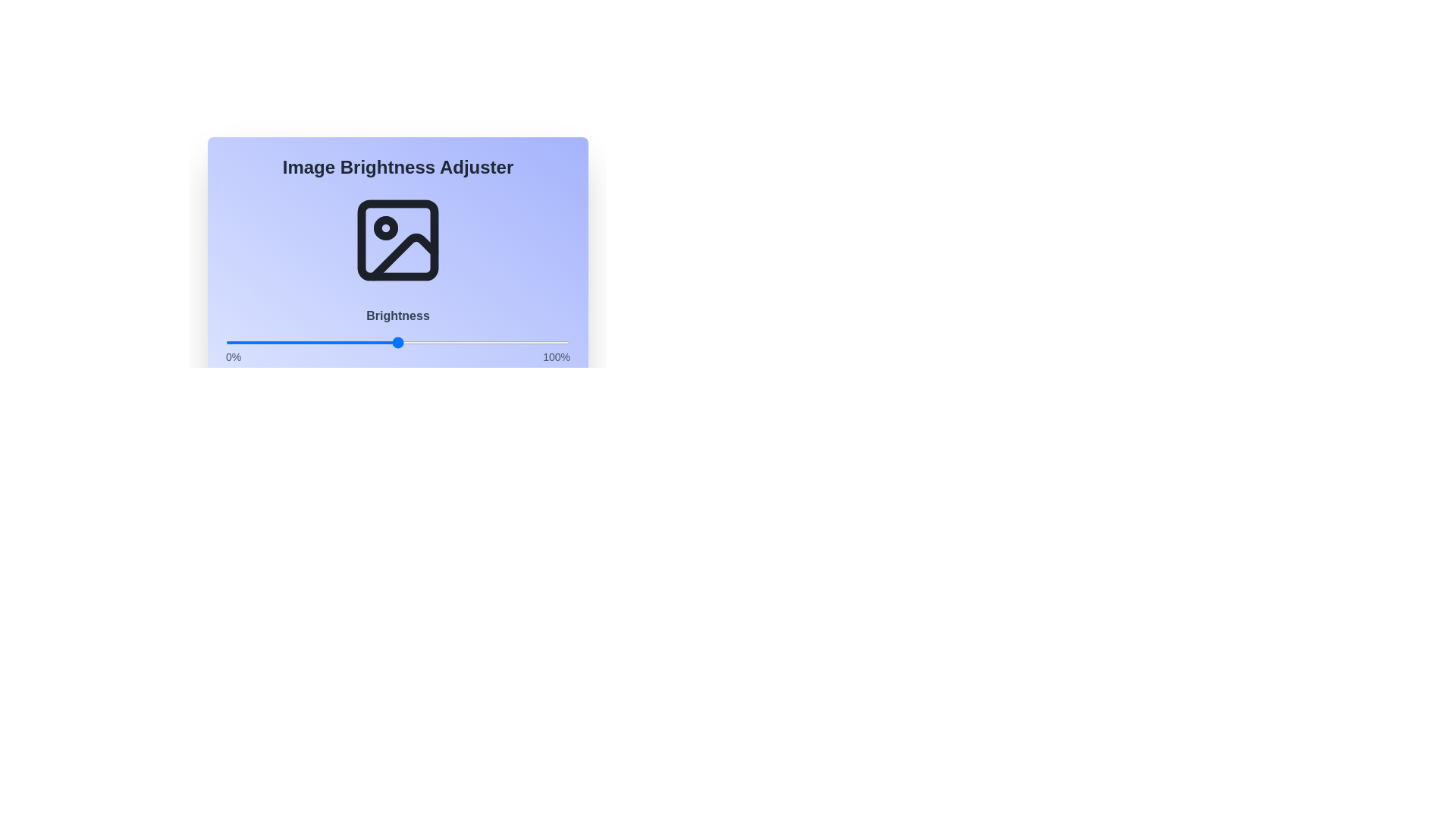 The image size is (1456, 819). Describe the element at coordinates (239, 342) in the screenshot. I see `the brightness slider to 4%` at that location.